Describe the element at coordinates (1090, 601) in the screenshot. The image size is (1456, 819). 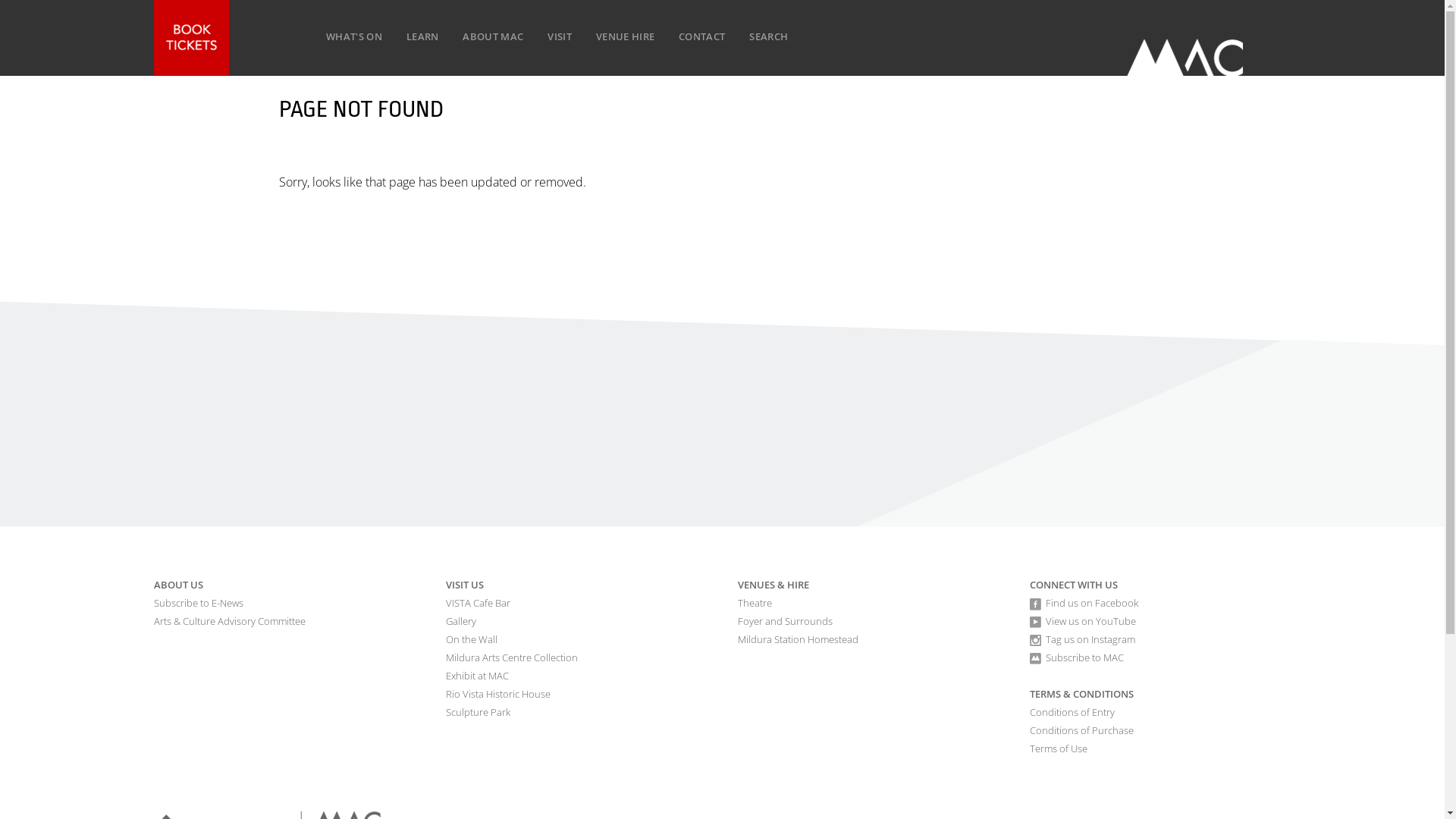
I see `'Find us on Facebook'` at that location.